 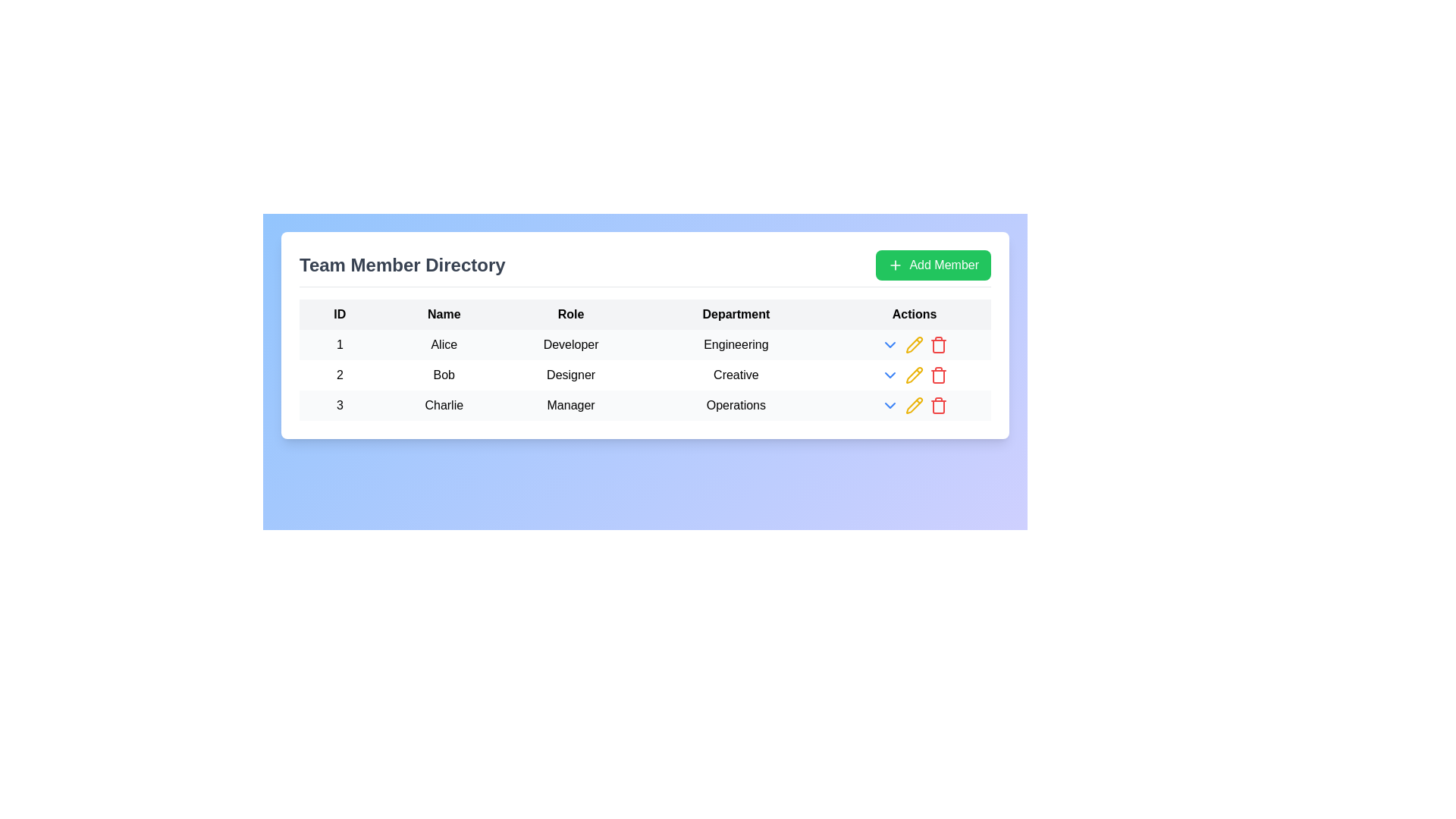 What do you see at coordinates (443, 375) in the screenshot?
I see `the second entry in the 'Name' column of the team members table, which displays the name of a user, located between 'Alice' and 'Charlie'` at bounding box center [443, 375].